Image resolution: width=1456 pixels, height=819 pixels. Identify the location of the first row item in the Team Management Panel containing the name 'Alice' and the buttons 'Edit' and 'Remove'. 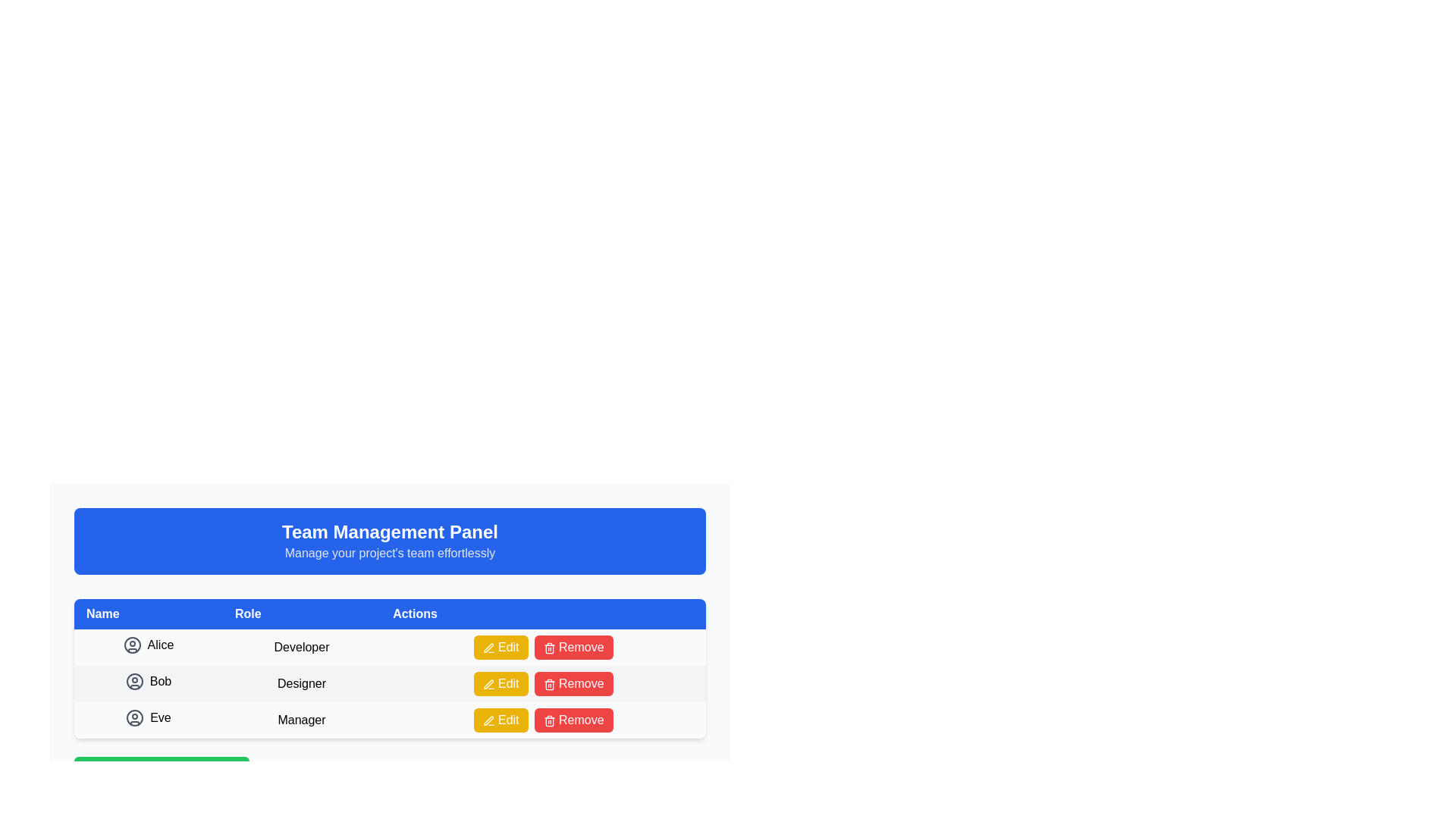
(390, 647).